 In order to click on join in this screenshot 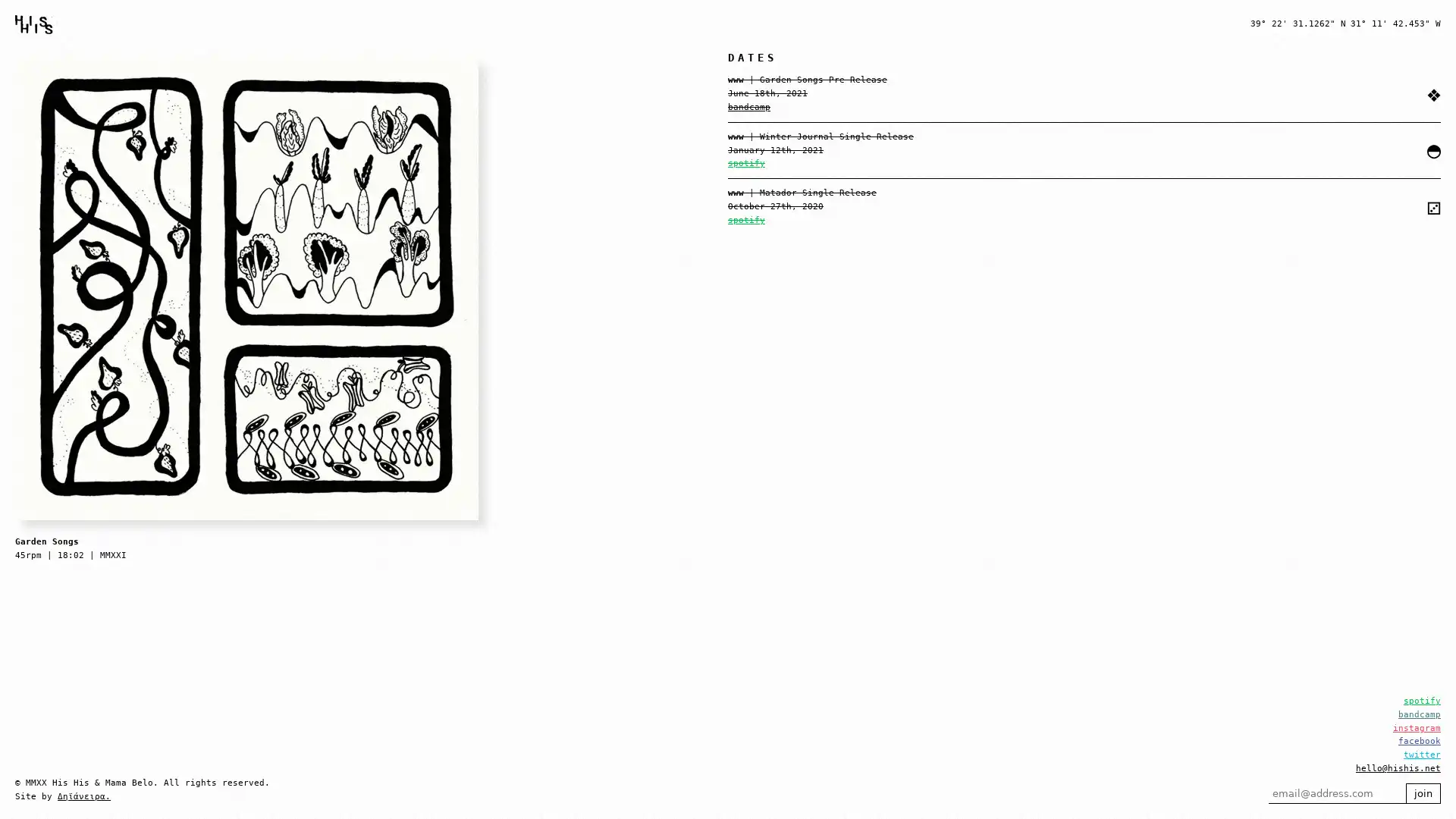, I will do `click(1347, 747)`.